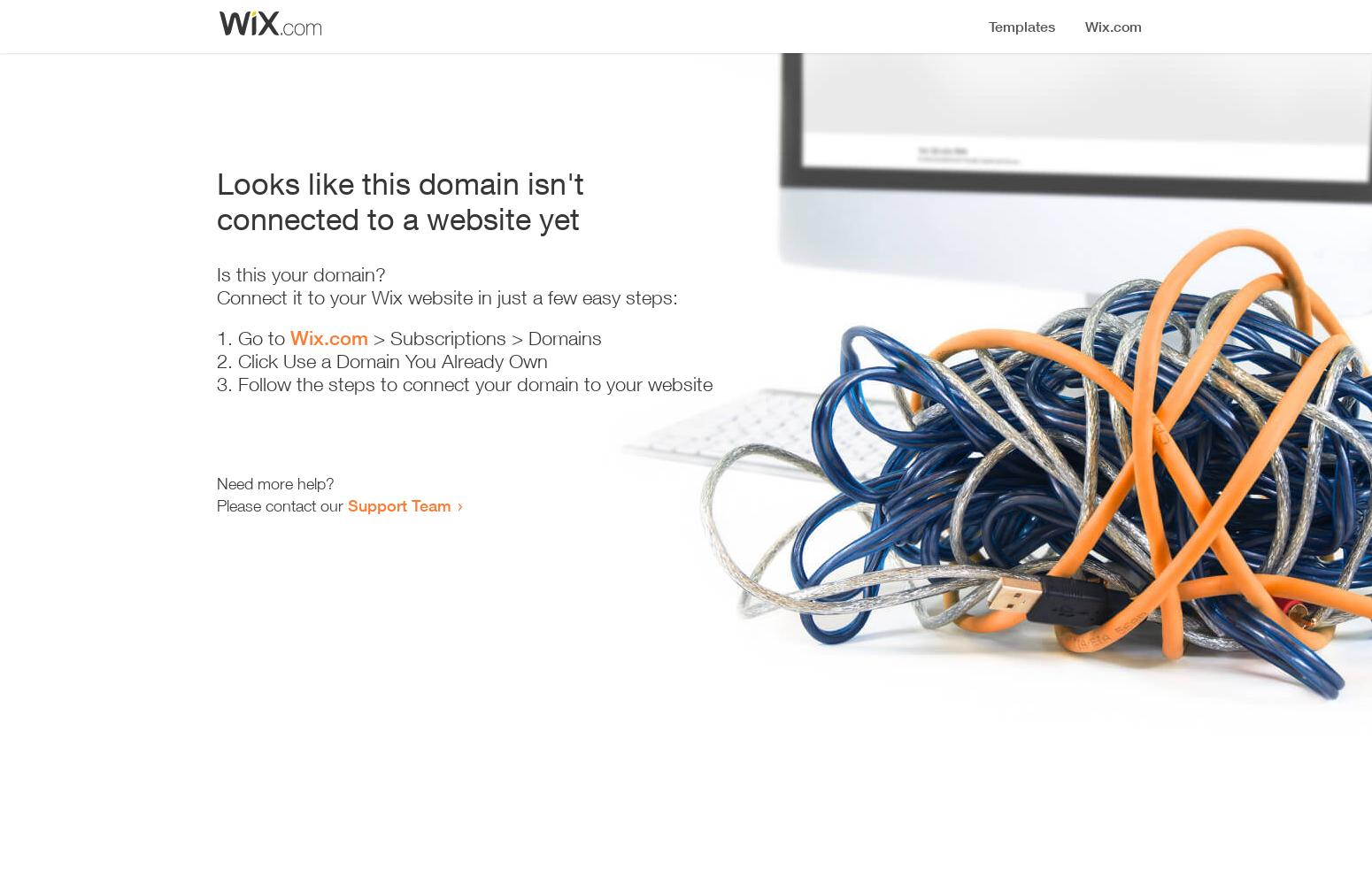 The height and width of the screenshot is (885, 1372). I want to click on 'Wix.com', so click(289, 338).